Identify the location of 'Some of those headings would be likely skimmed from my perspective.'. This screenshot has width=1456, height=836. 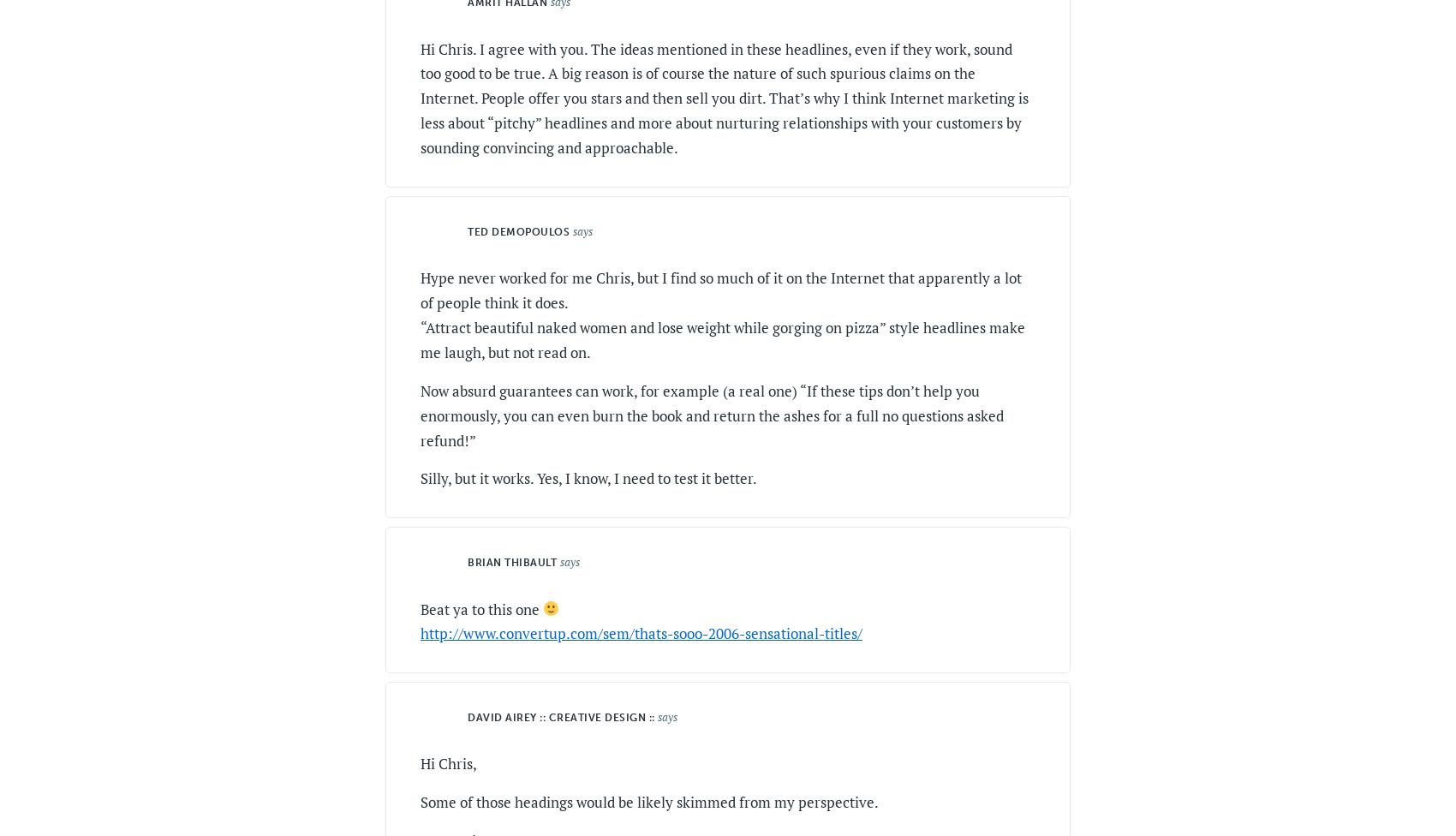
(648, 801).